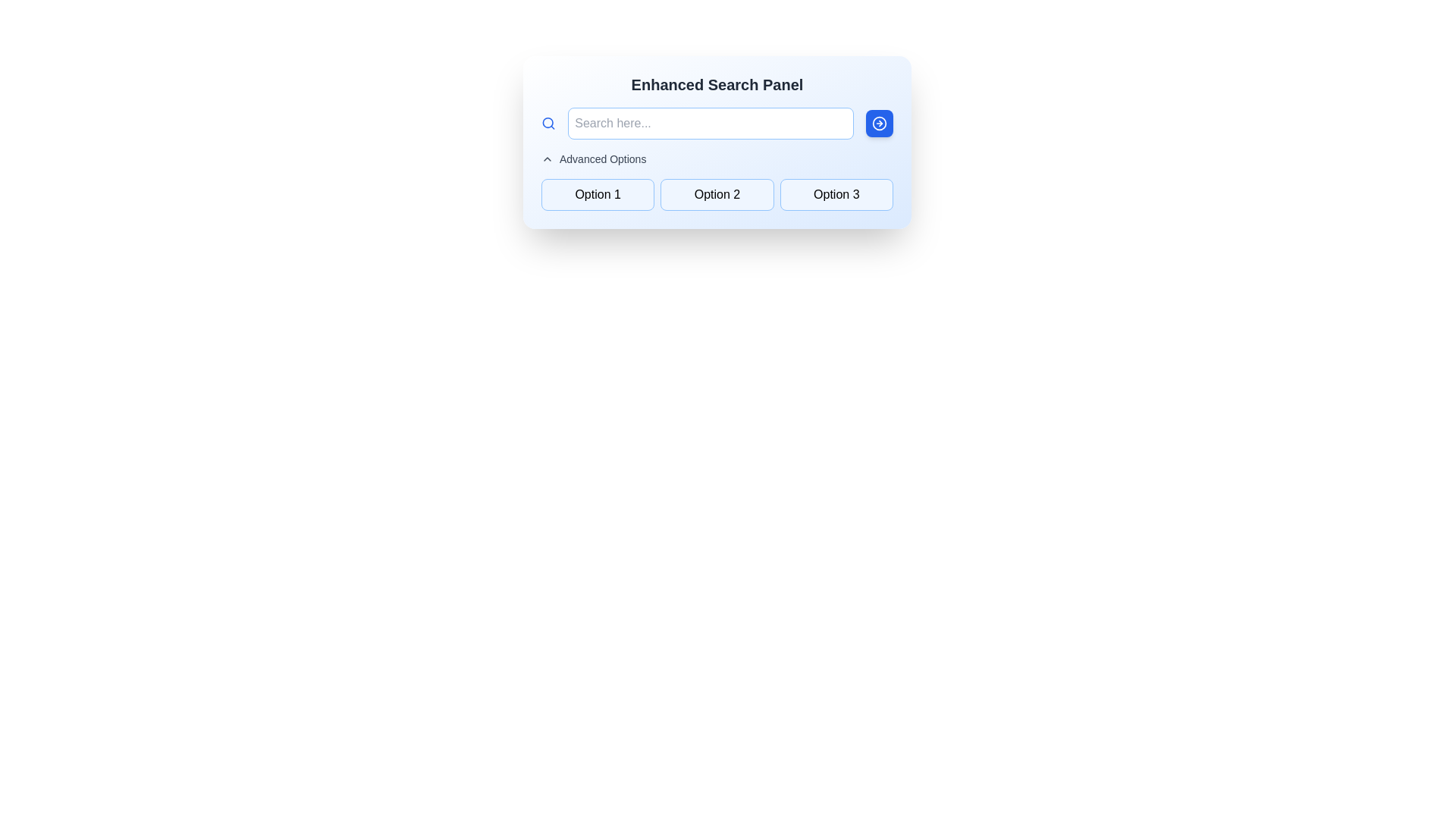 Image resolution: width=1456 pixels, height=819 pixels. What do you see at coordinates (593, 158) in the screenshot?
I see `the toggle button for revealing or condensing advanced search options in the Enhanced Search Panel` at bounding box center [593, 158].